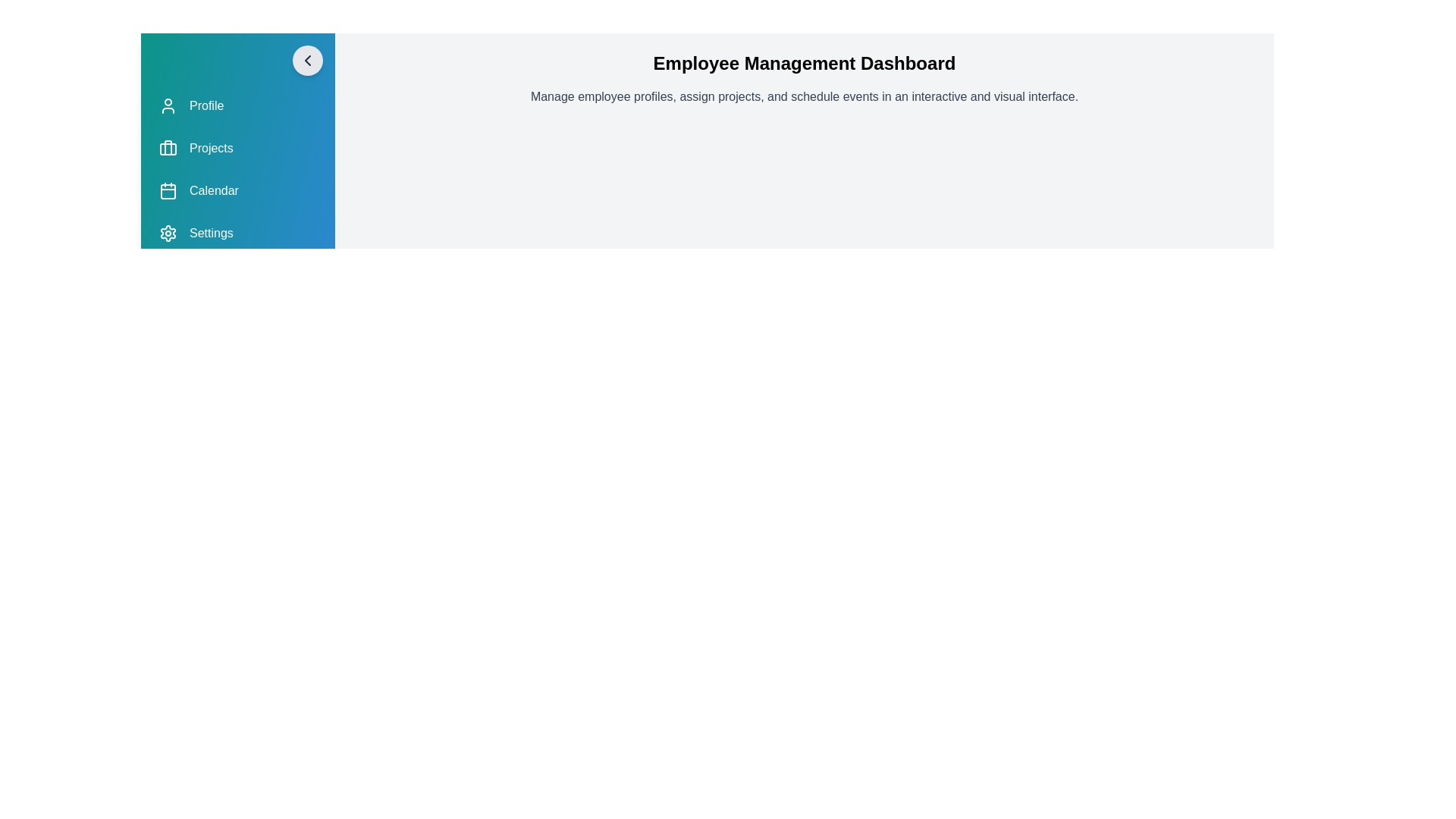  What do you see at coordinates (168, 234) in the screenshot?
I see `the Settings icon in the navigation drawer` at bounding box center [168, 234].